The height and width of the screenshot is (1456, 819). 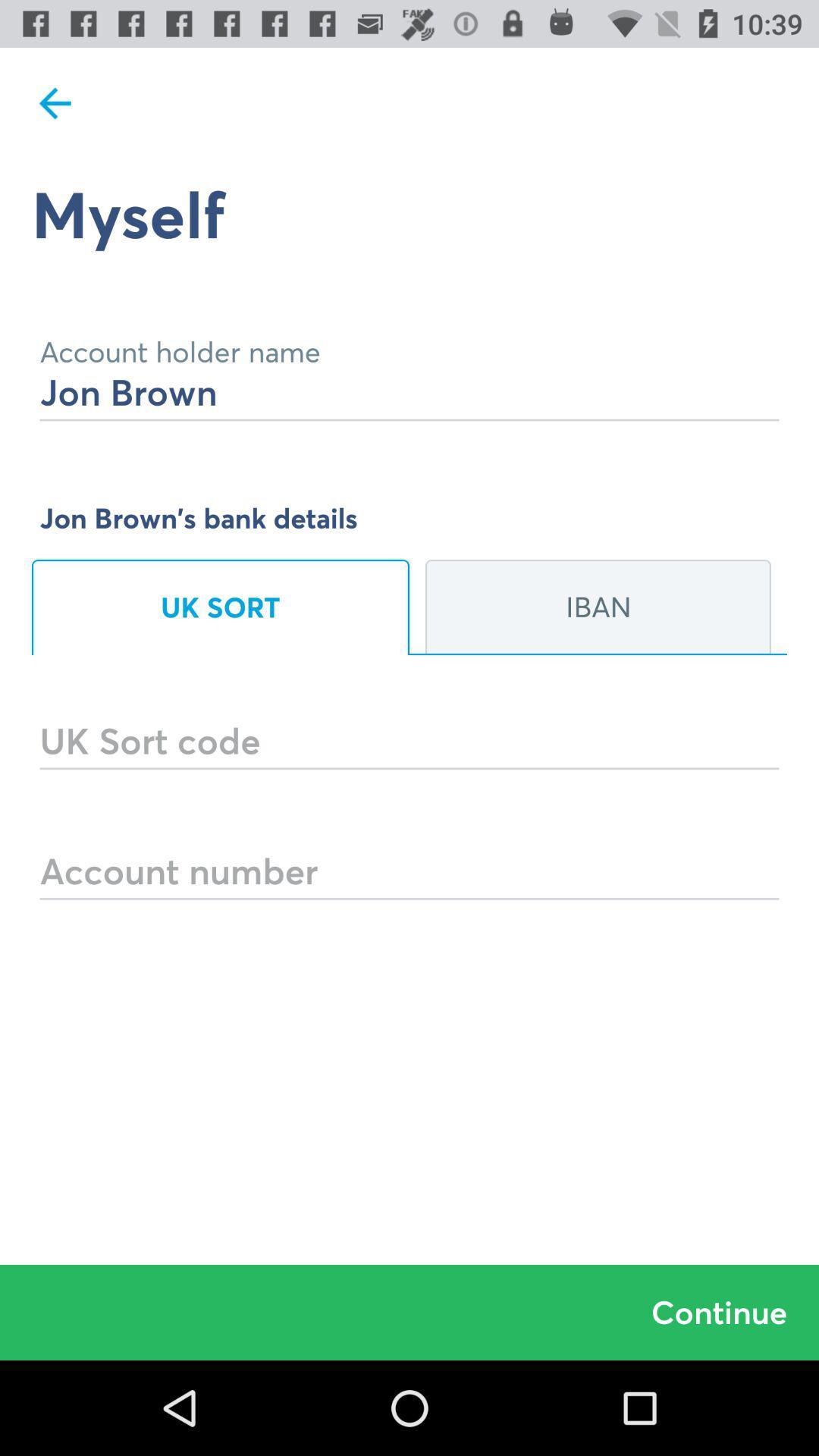 What do you see at coordinates (220, 607) in the screenshot?
I see `item to the left of iban` at bounding box center [220, 607].